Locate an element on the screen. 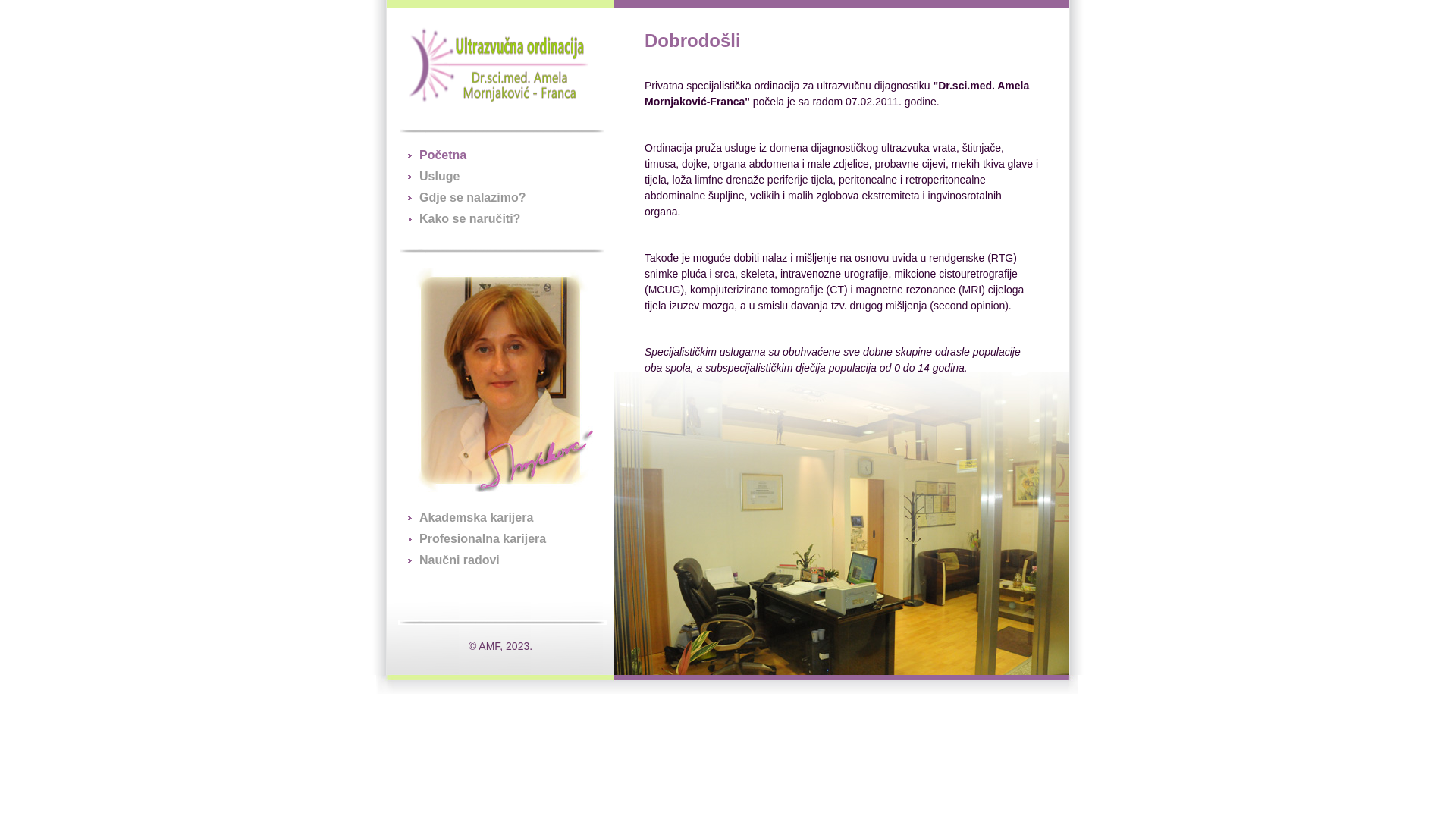 Image resolution: width=1456 pixels, height=819 pixels. 'Profesionalna karijera' is located at coordinates (482, 538).